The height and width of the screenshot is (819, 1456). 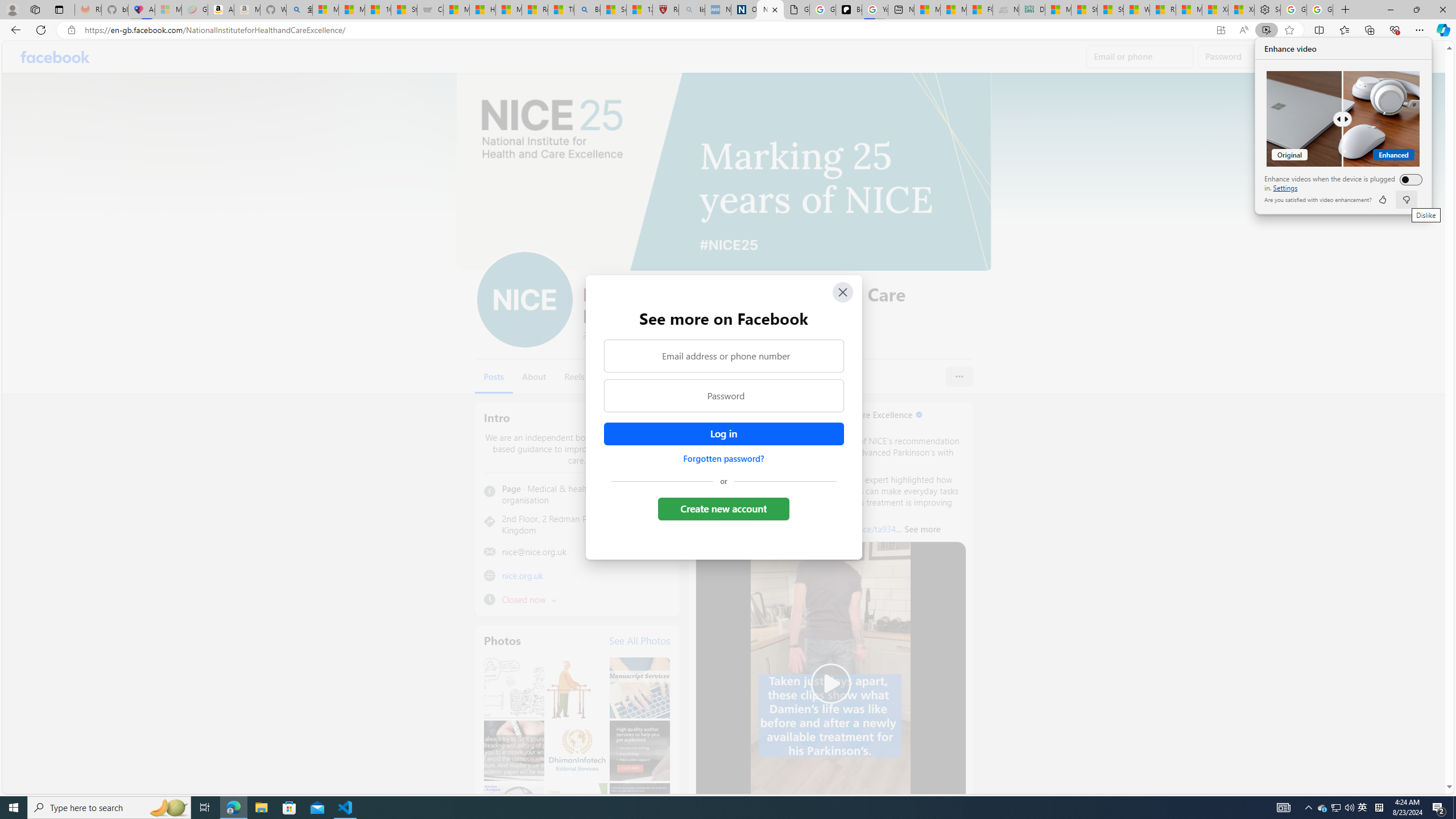 I want to click on 'FOX News - MSN', so click(x=979, y=9).